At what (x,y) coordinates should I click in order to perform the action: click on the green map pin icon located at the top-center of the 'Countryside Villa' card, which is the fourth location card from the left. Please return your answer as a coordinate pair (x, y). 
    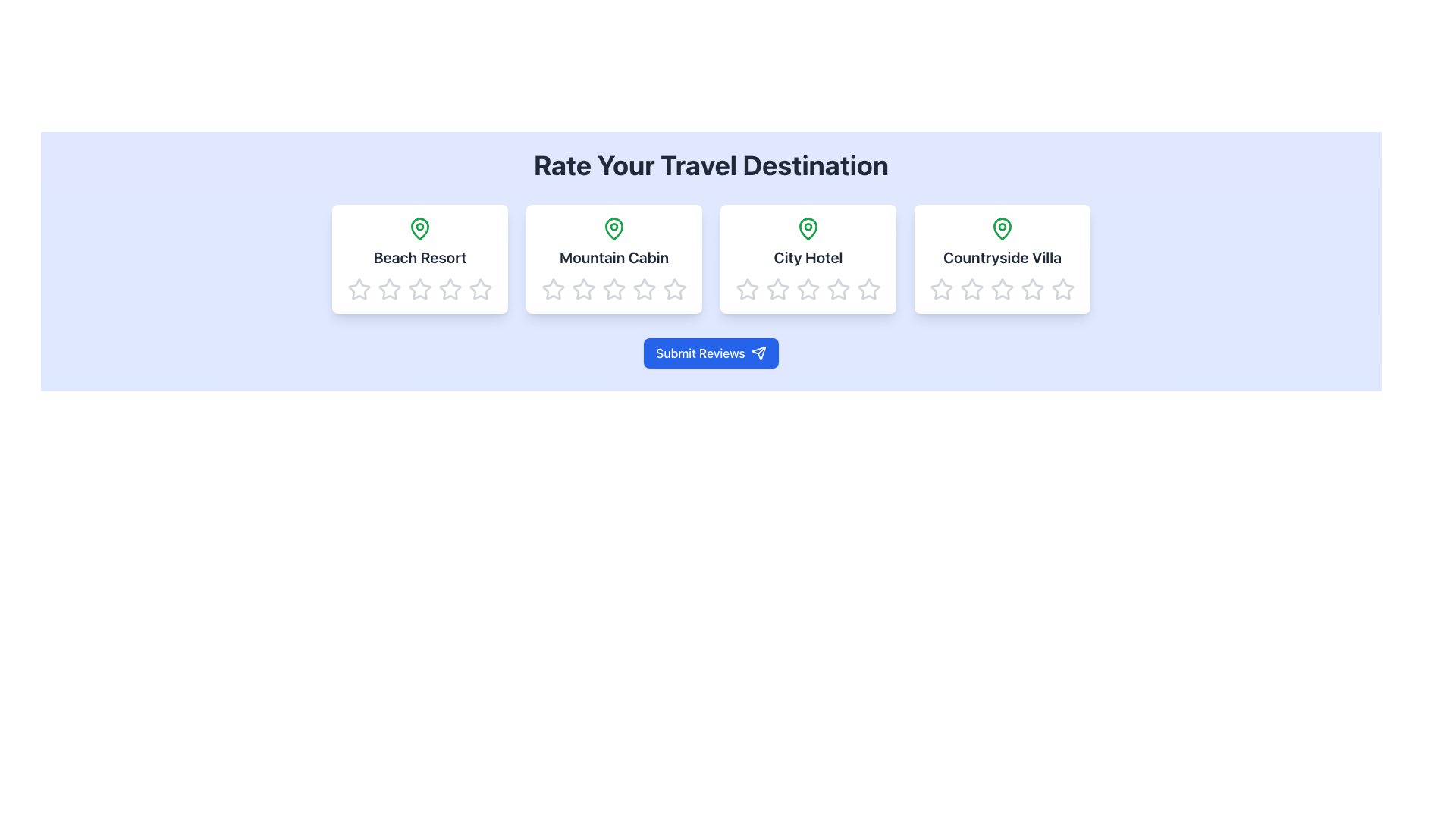
    Looking at the image, I should click on (1002, 227).